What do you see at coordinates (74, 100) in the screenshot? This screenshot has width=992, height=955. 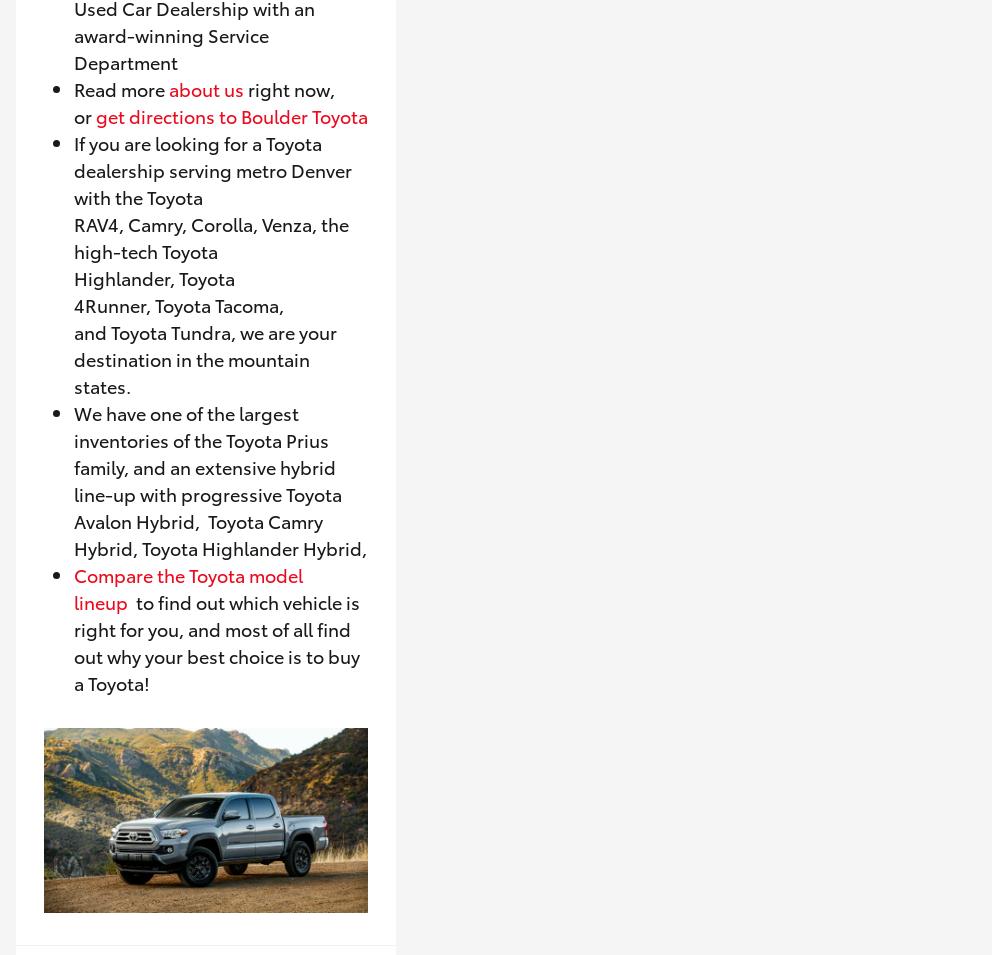 I see `'right now, or'` at bounding box center [74, 100].